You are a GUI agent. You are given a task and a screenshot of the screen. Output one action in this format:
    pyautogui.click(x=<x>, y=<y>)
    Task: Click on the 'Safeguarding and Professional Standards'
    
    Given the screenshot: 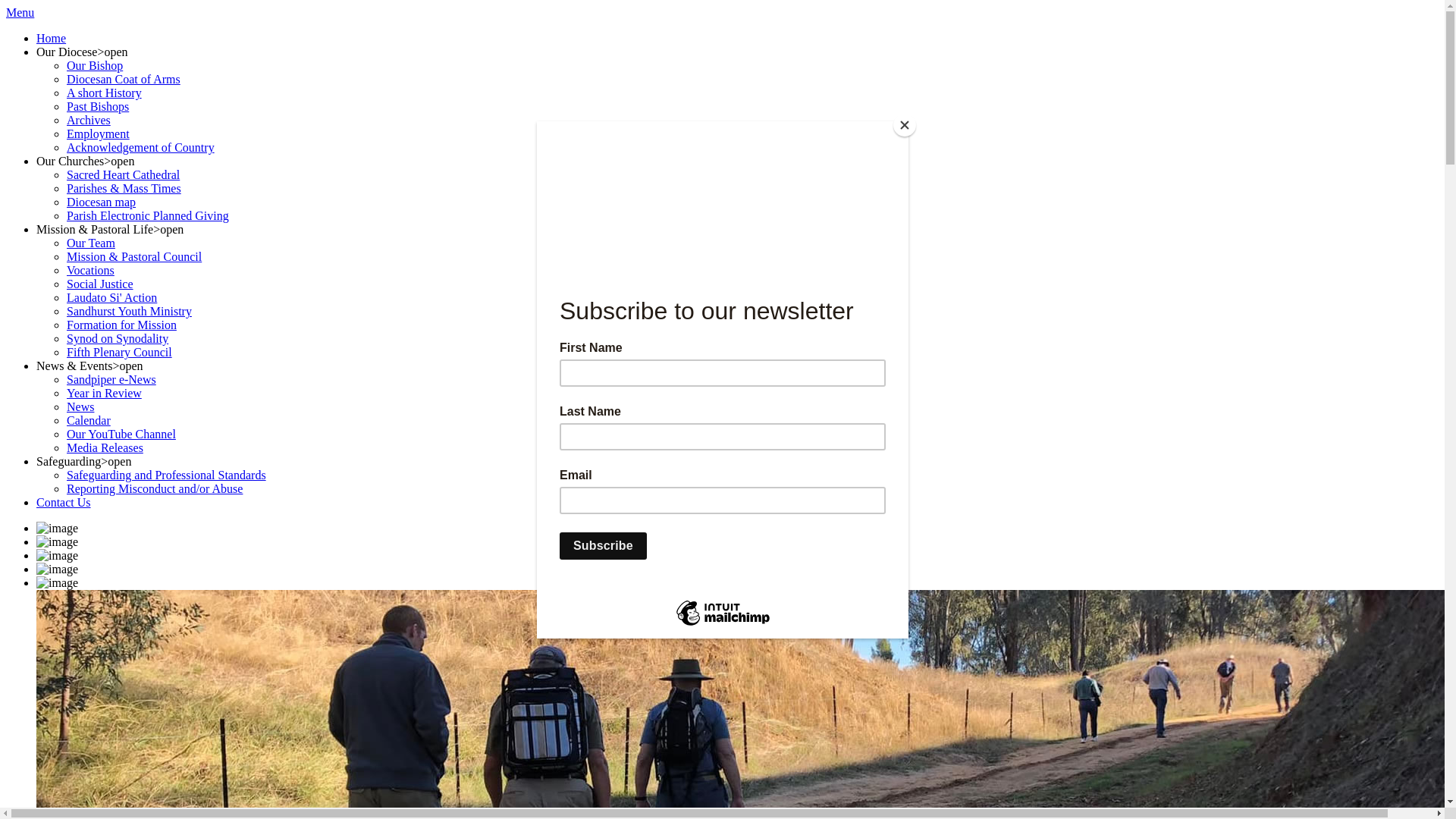 What is the action you would take?
    pyautogui.click(x=166, y=474)
    